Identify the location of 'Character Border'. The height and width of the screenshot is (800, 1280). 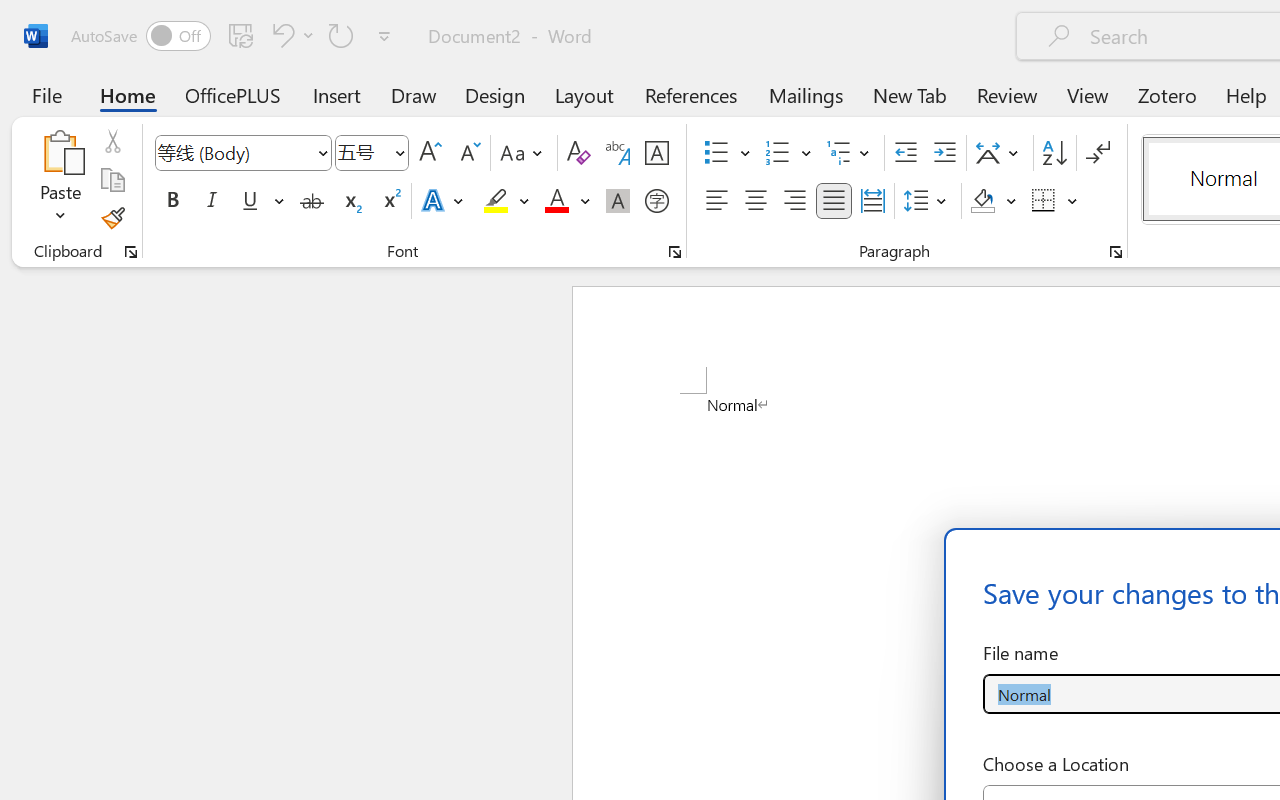
(656, 153).